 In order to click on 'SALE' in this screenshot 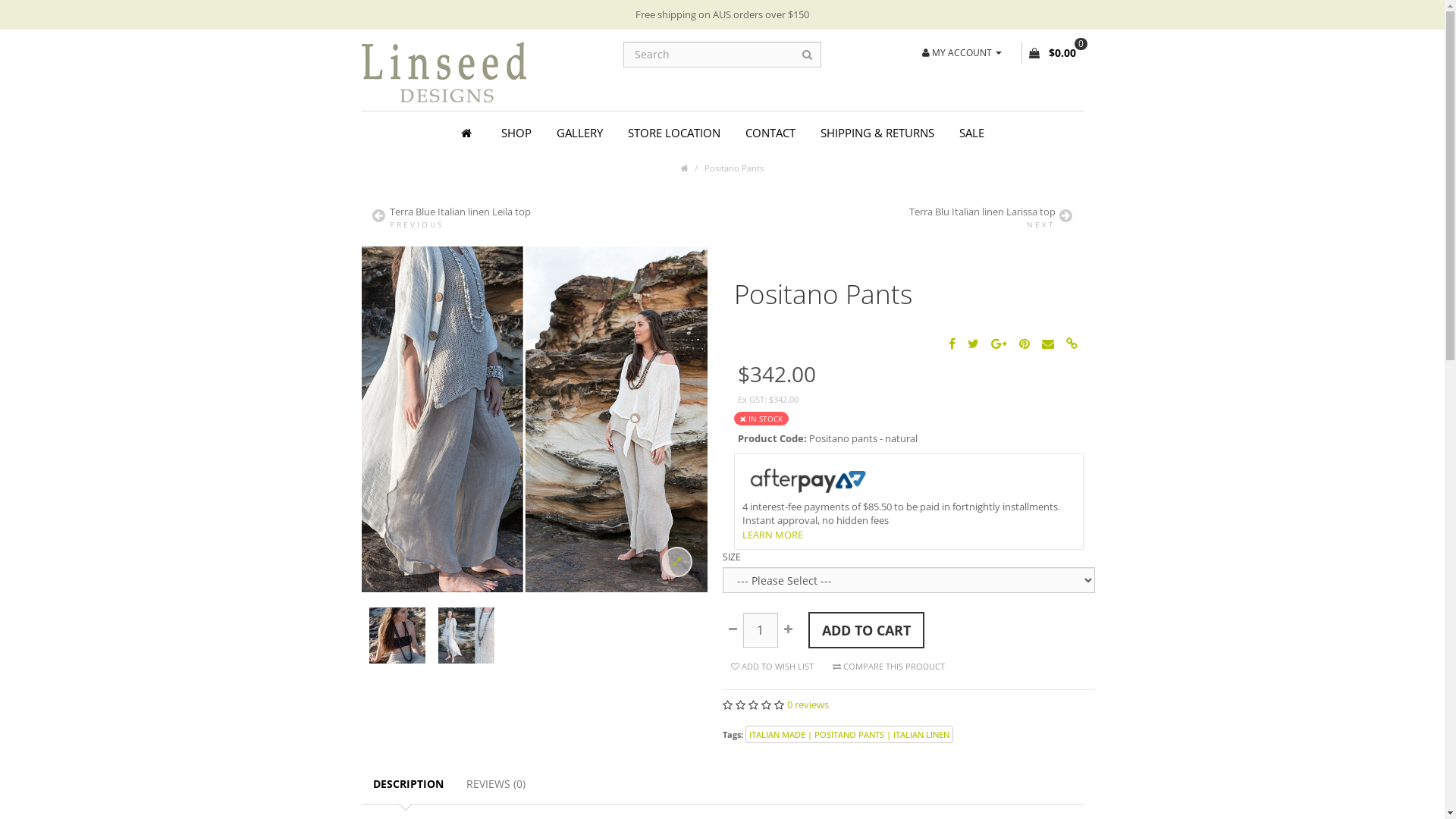, I will do `click(971, 131)`.